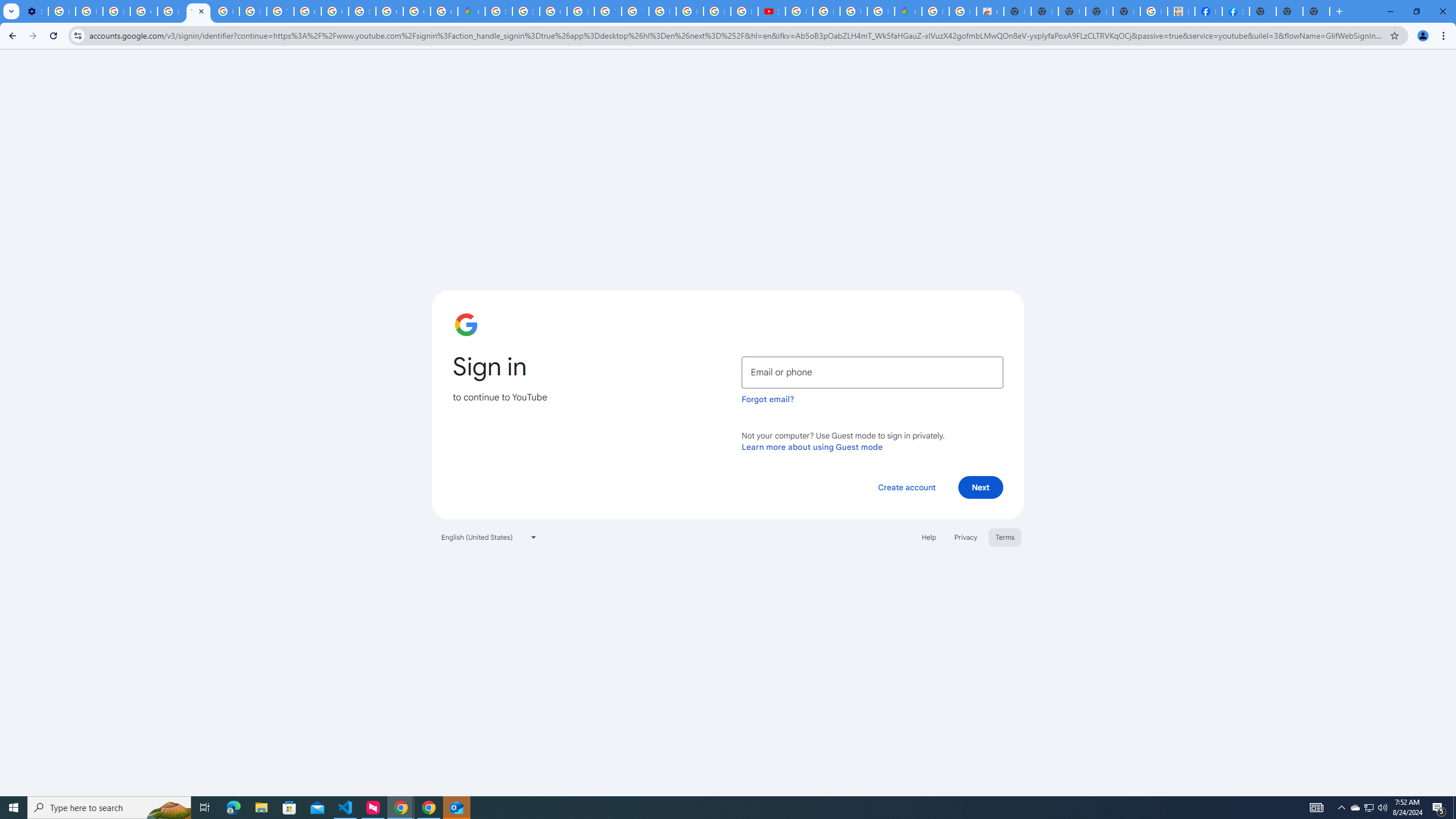  What do you see at coordinates (906, 486) in the screenshot?
I see `'Create account'` at bounding box center [906, 486].